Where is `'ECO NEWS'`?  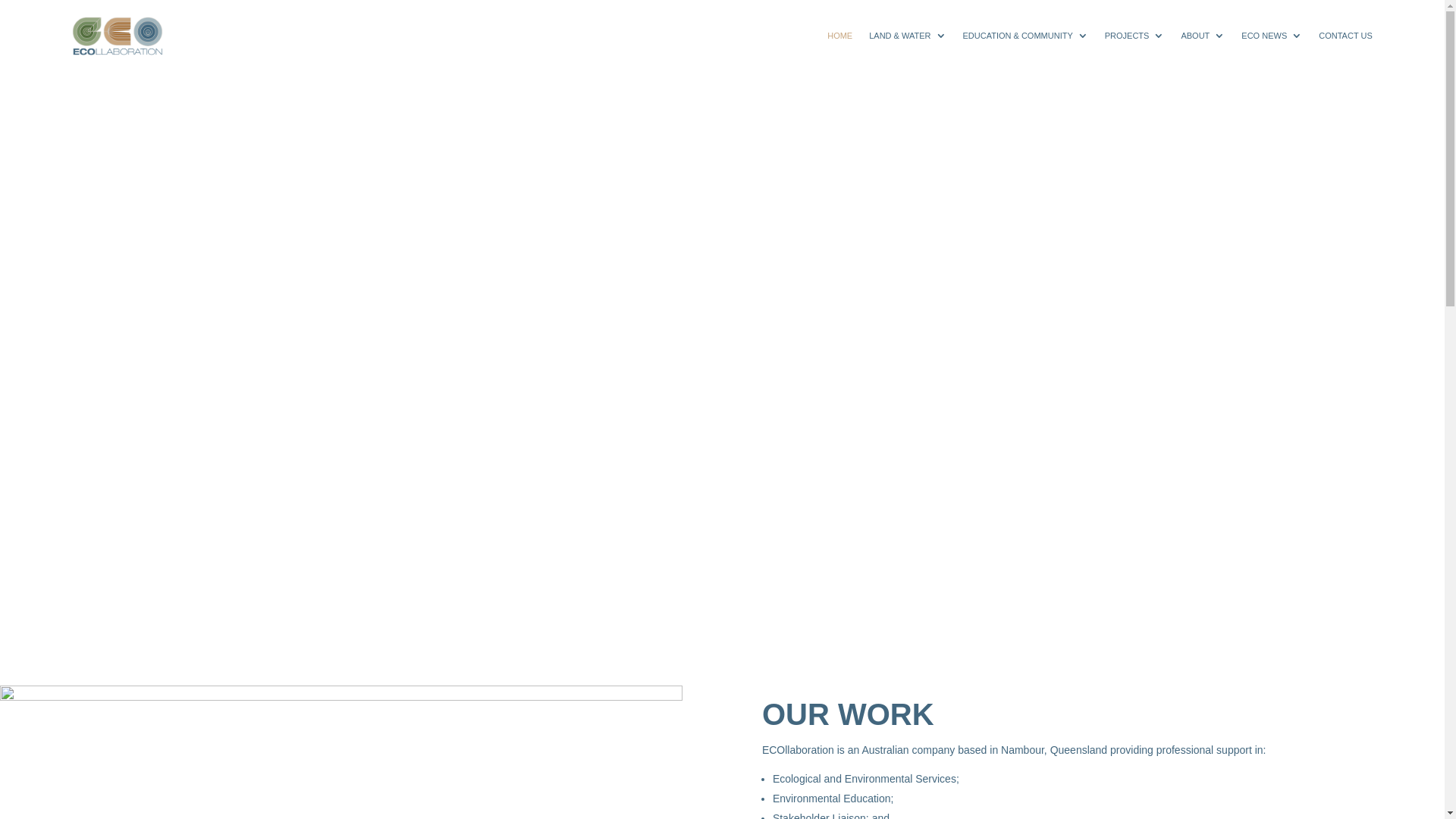 'ECO NEWS' is located at coordinates (1271, 35).